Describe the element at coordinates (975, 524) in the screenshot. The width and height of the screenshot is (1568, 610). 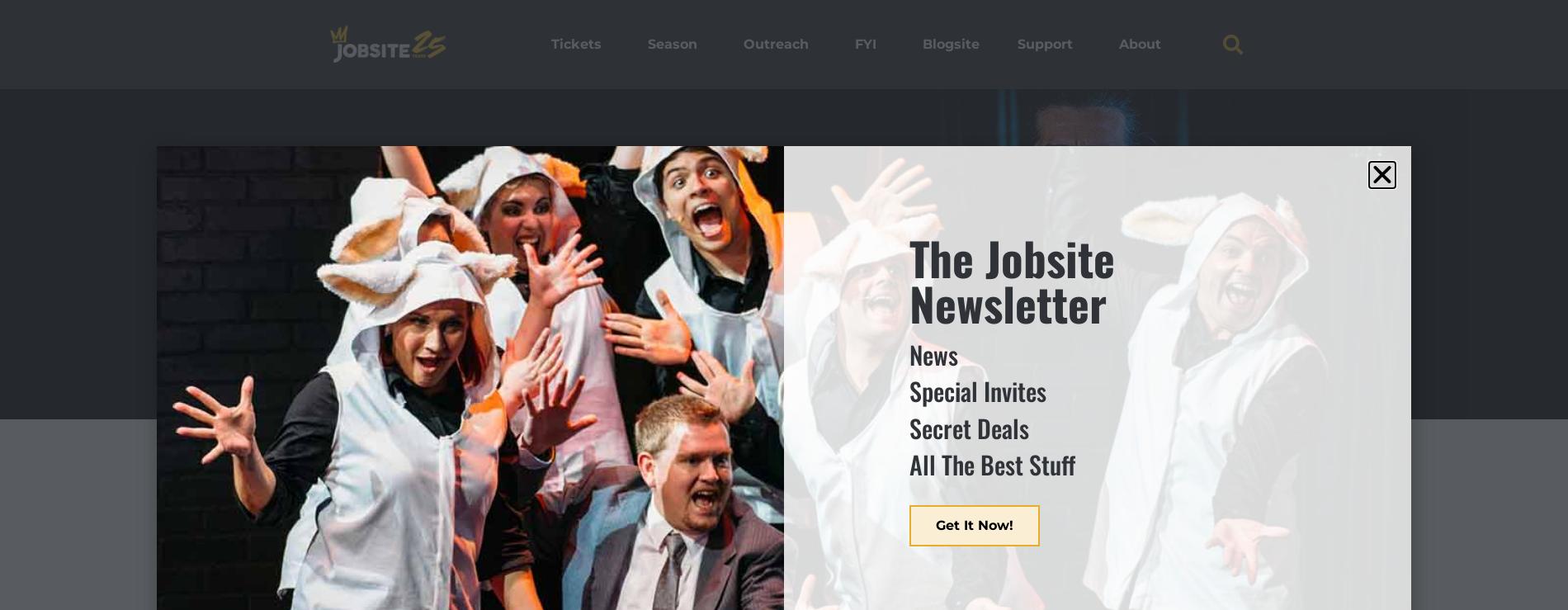
I see `'Get It Now!'` at that location.